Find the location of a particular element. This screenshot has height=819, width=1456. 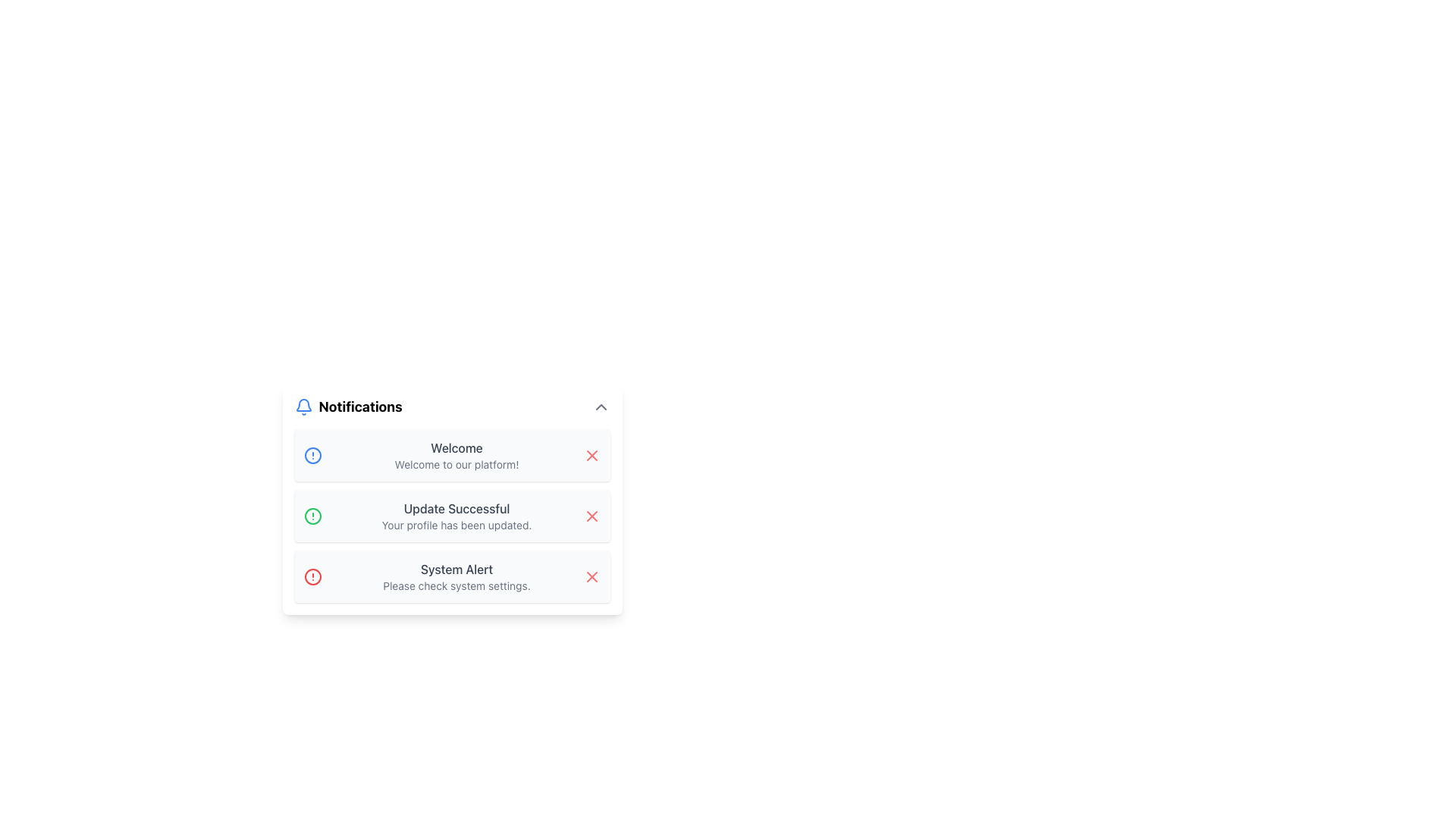

the dismiss button (icon-based) located at the bottom of the 'System Alert' notification list is located at coordinates (591, 576).